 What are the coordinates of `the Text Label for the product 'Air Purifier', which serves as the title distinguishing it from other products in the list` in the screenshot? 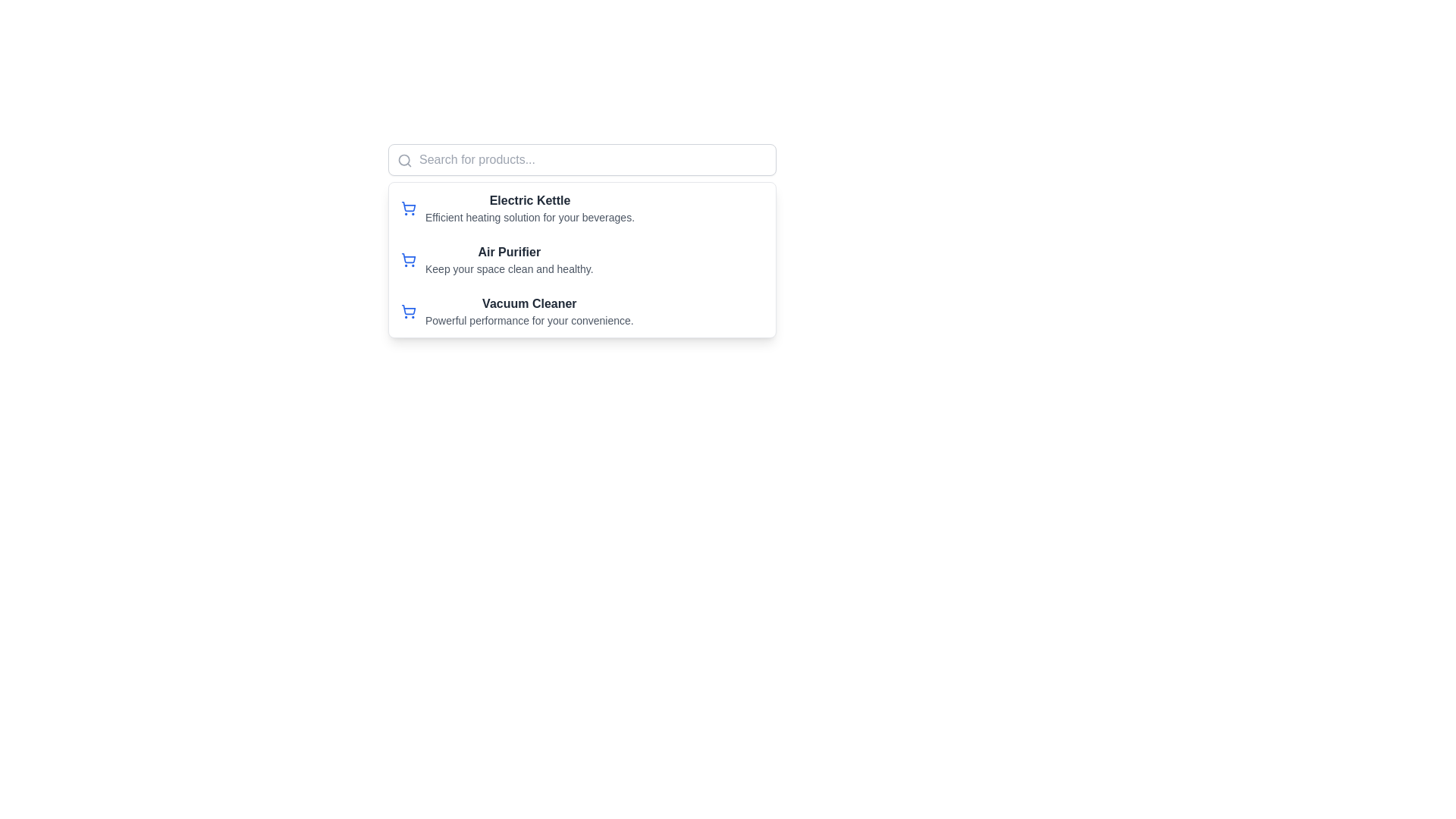 It's located at (509, 251).